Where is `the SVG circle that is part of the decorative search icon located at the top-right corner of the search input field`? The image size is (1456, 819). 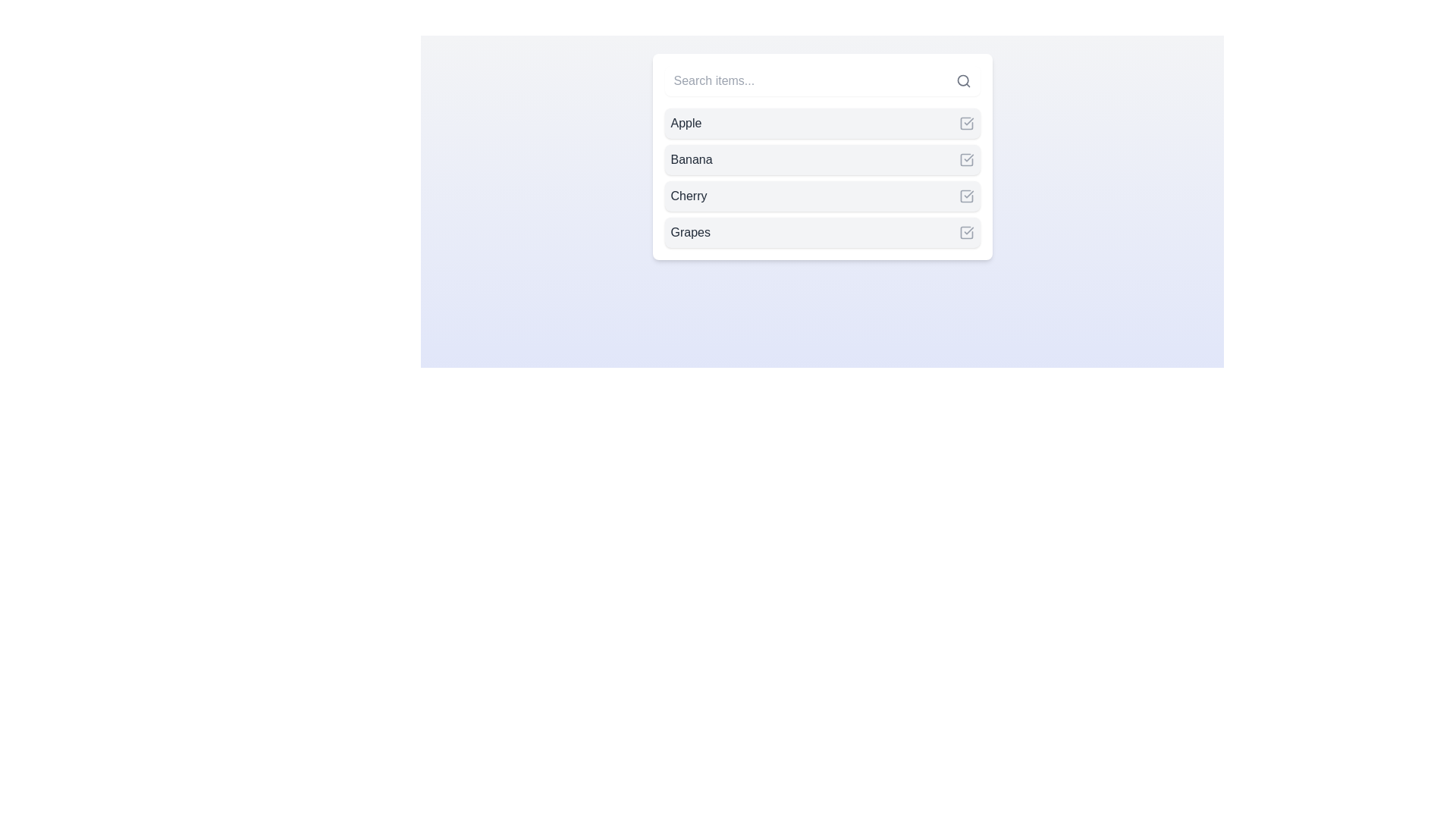 the SVG circle that is part of the decorative search icon located at the top-right corner of the search input field is located at coordinates (962, 80).